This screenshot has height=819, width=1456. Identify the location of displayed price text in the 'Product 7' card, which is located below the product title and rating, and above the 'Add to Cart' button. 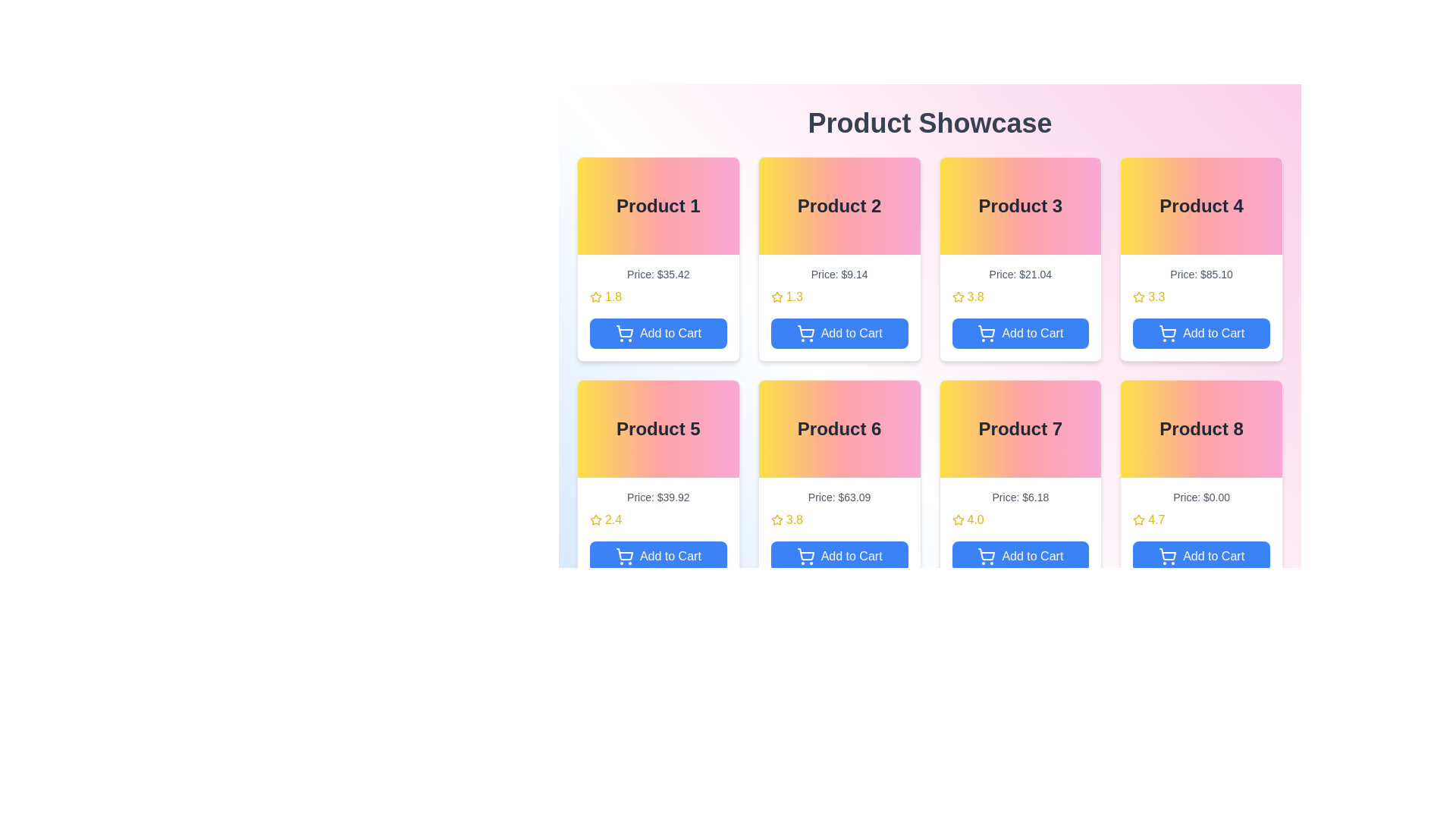
(1020, 497).